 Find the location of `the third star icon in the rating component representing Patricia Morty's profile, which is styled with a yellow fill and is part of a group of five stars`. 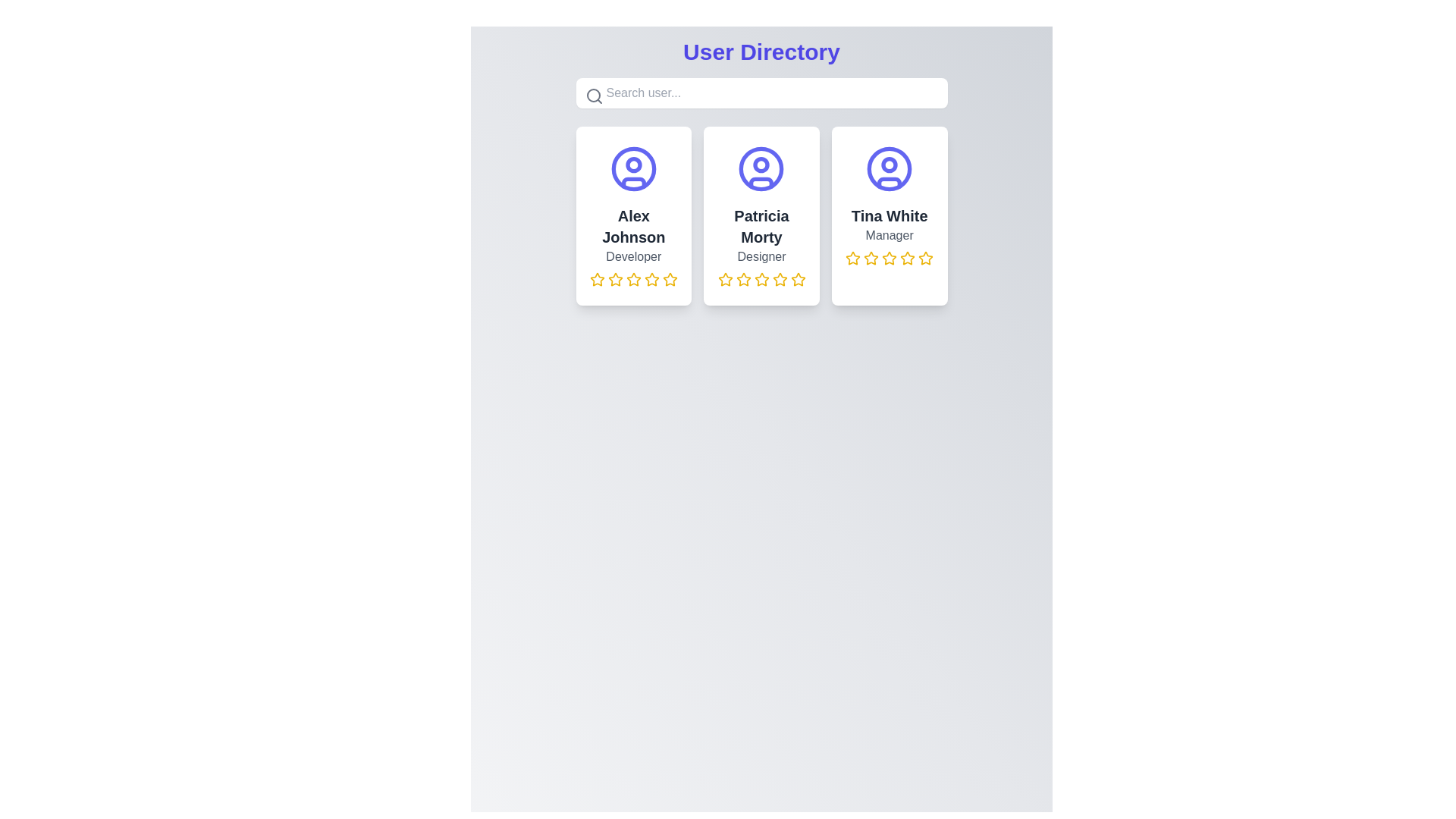

the third star icon in the rating component representing Patricia Morty's profile, which is styled with a yellow fill and is part of a group of five stars is located at coordinates (743, 280).